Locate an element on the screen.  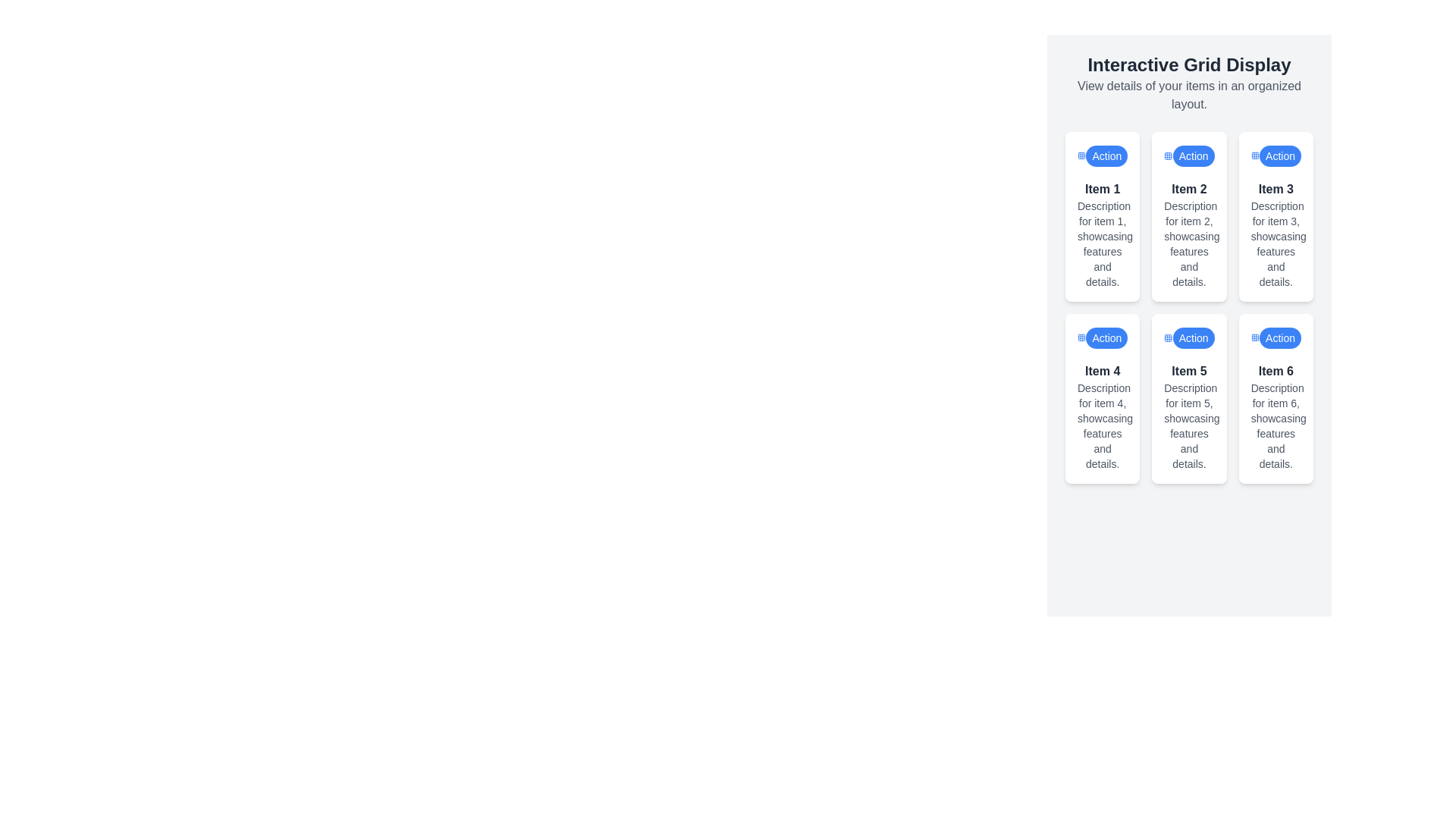
the informative text block describing 'Item 3', located in the panel labeled 'Item 3', directly below its bold label is located at coordinates (1275, 243).